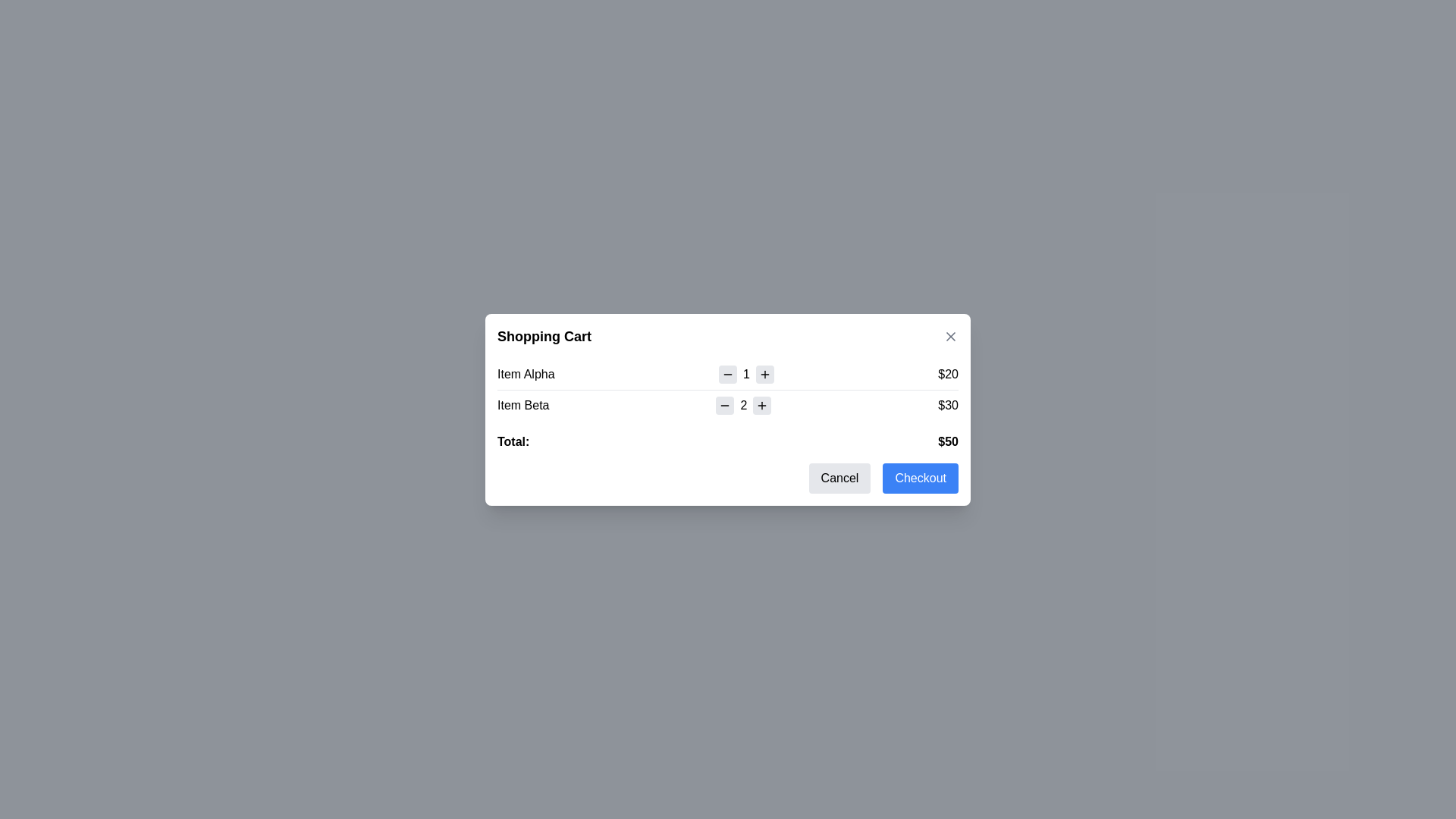  Describe the element at coordinates (762, 404) in the screenshot. I see `the increment button styled with a light gray background and a plus icon, located to the right of the quantity text '2' in the shopping cart layout` at that location.